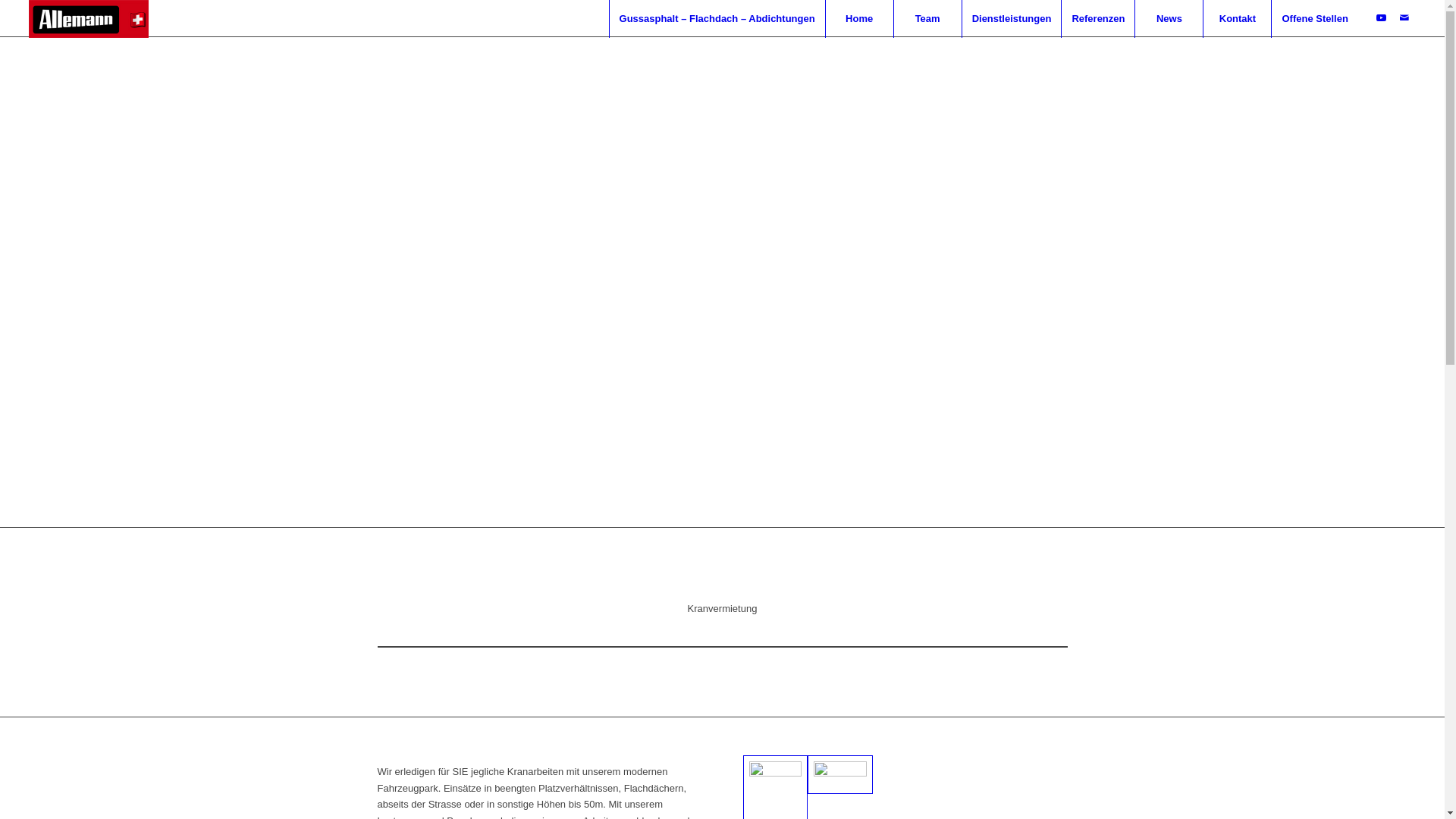  I want to click on 'News', so click(1134, 18).